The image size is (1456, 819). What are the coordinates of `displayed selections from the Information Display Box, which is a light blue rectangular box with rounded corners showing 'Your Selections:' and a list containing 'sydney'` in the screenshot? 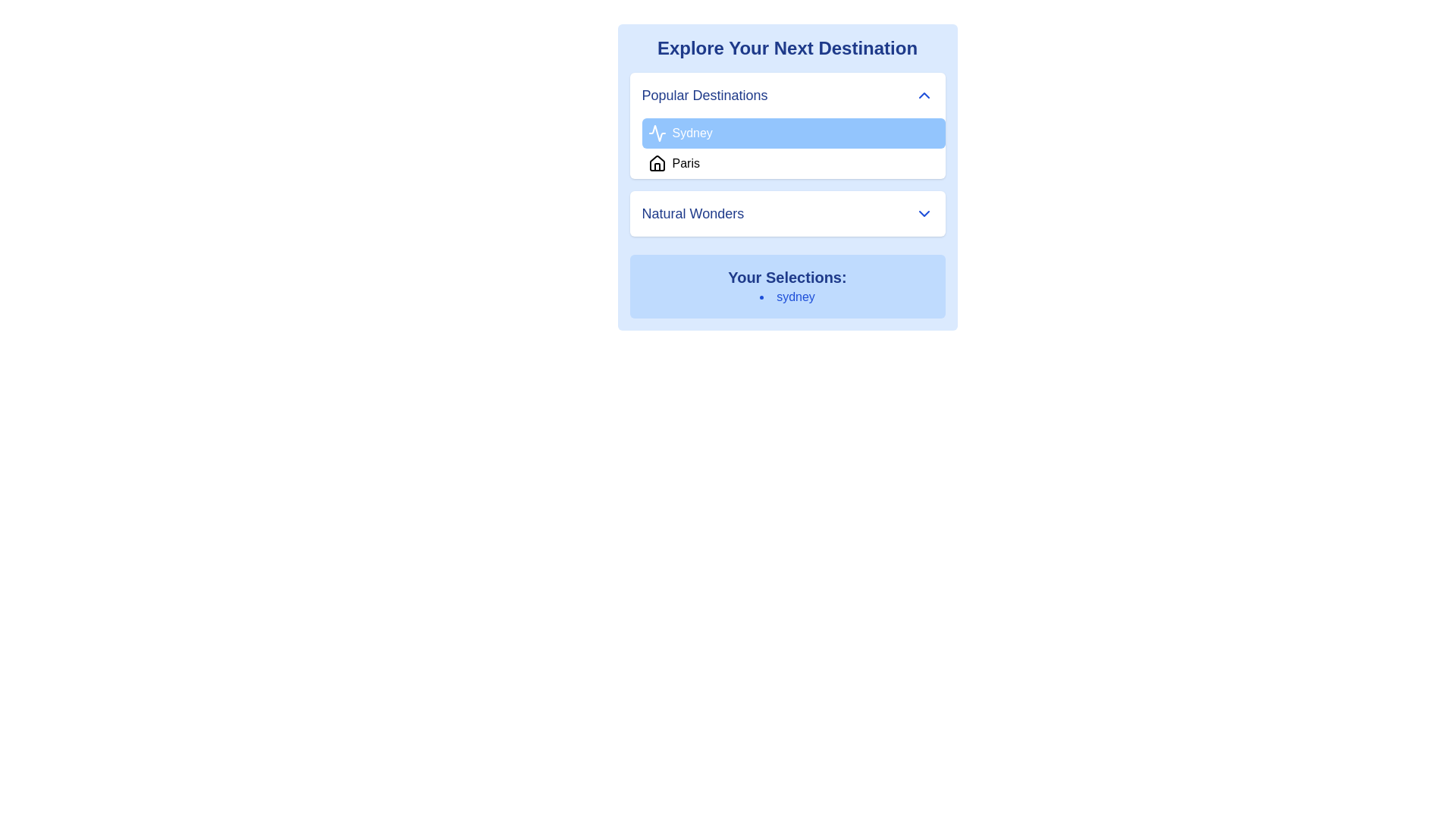 It's located at (787, 287).